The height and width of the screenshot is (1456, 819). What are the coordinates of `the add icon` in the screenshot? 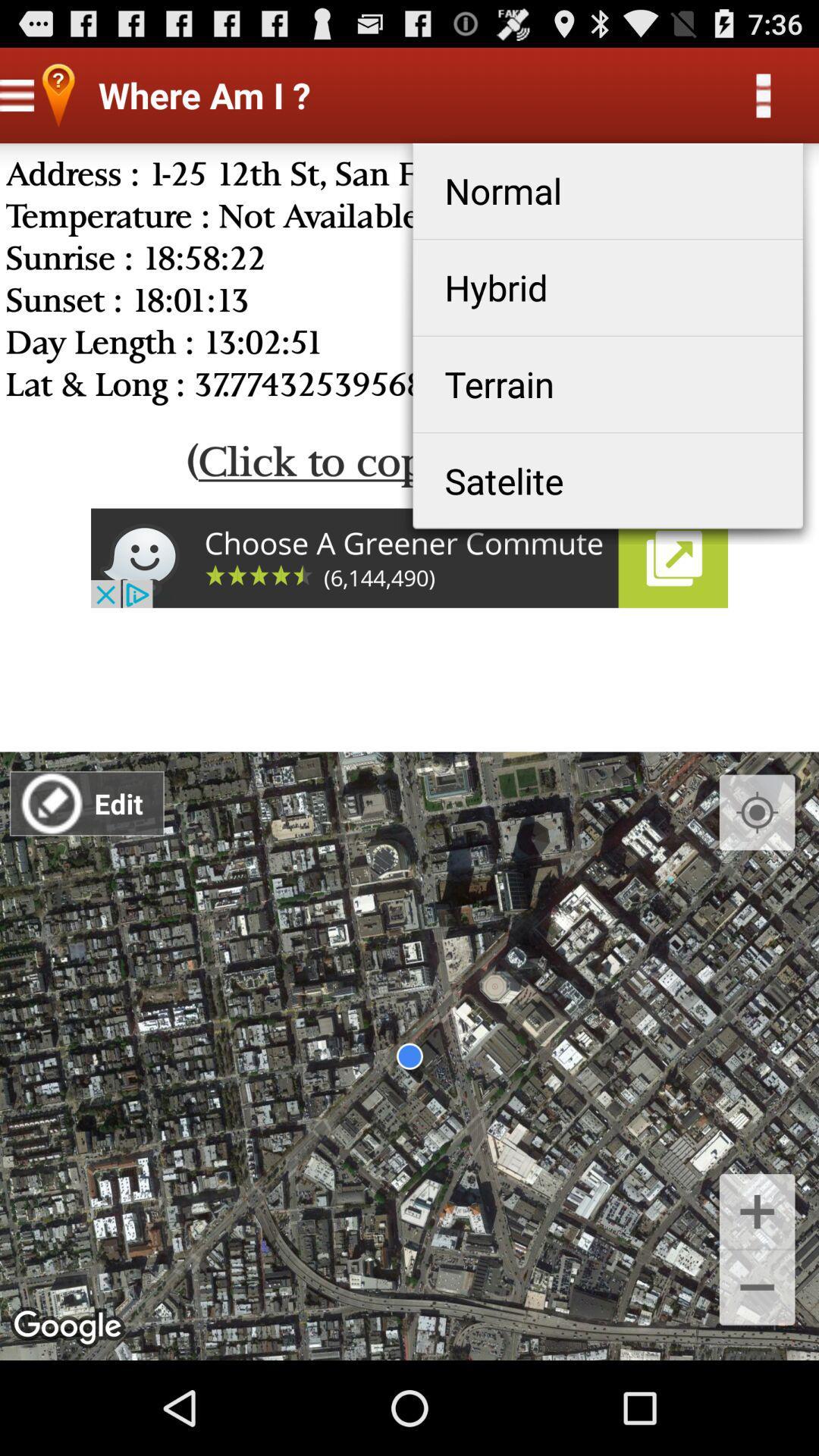 It's located at (757, 1294).